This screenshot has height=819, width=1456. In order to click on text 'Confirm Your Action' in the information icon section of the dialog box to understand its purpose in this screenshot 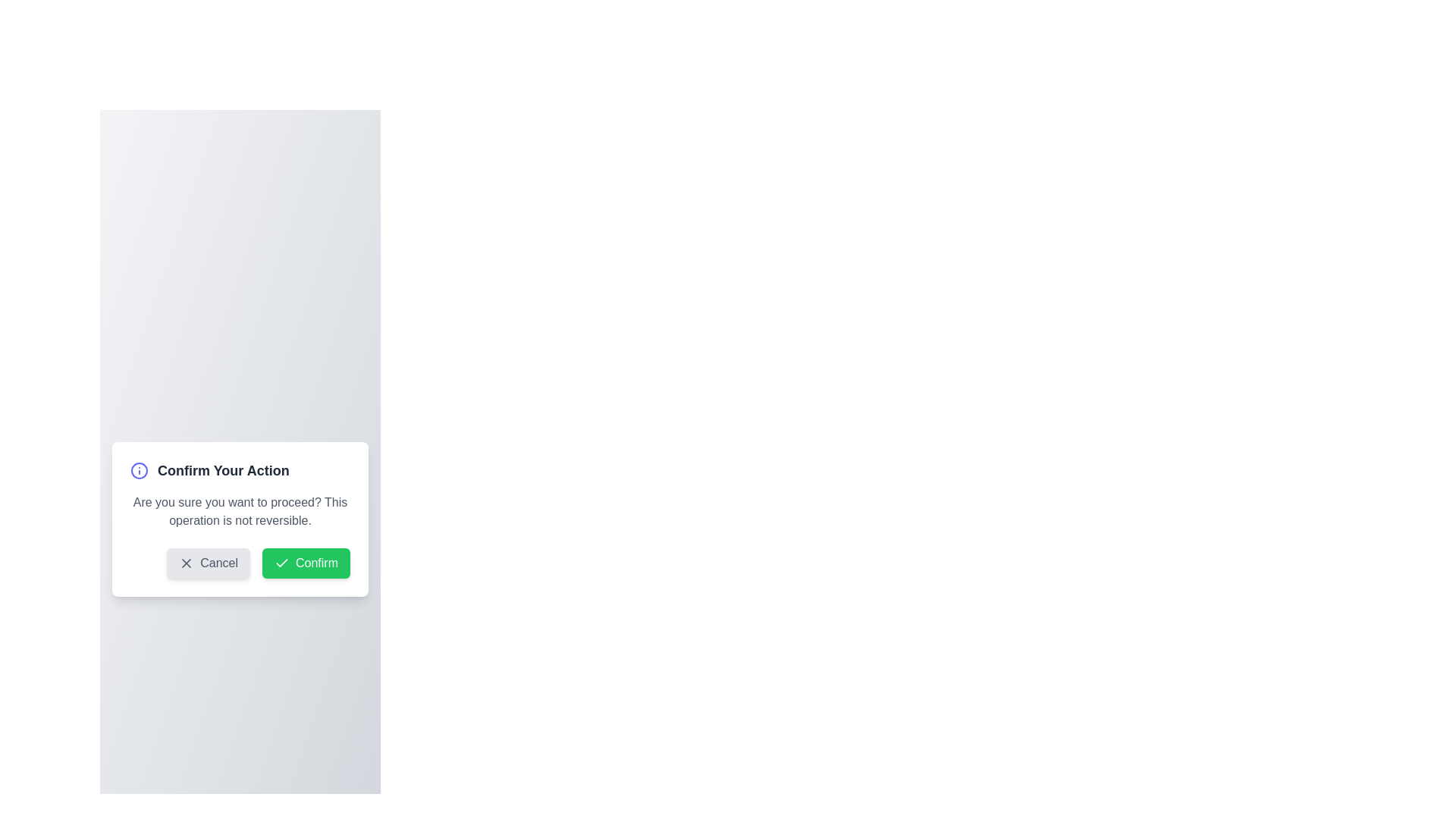, I will do `click(239, 470)`.